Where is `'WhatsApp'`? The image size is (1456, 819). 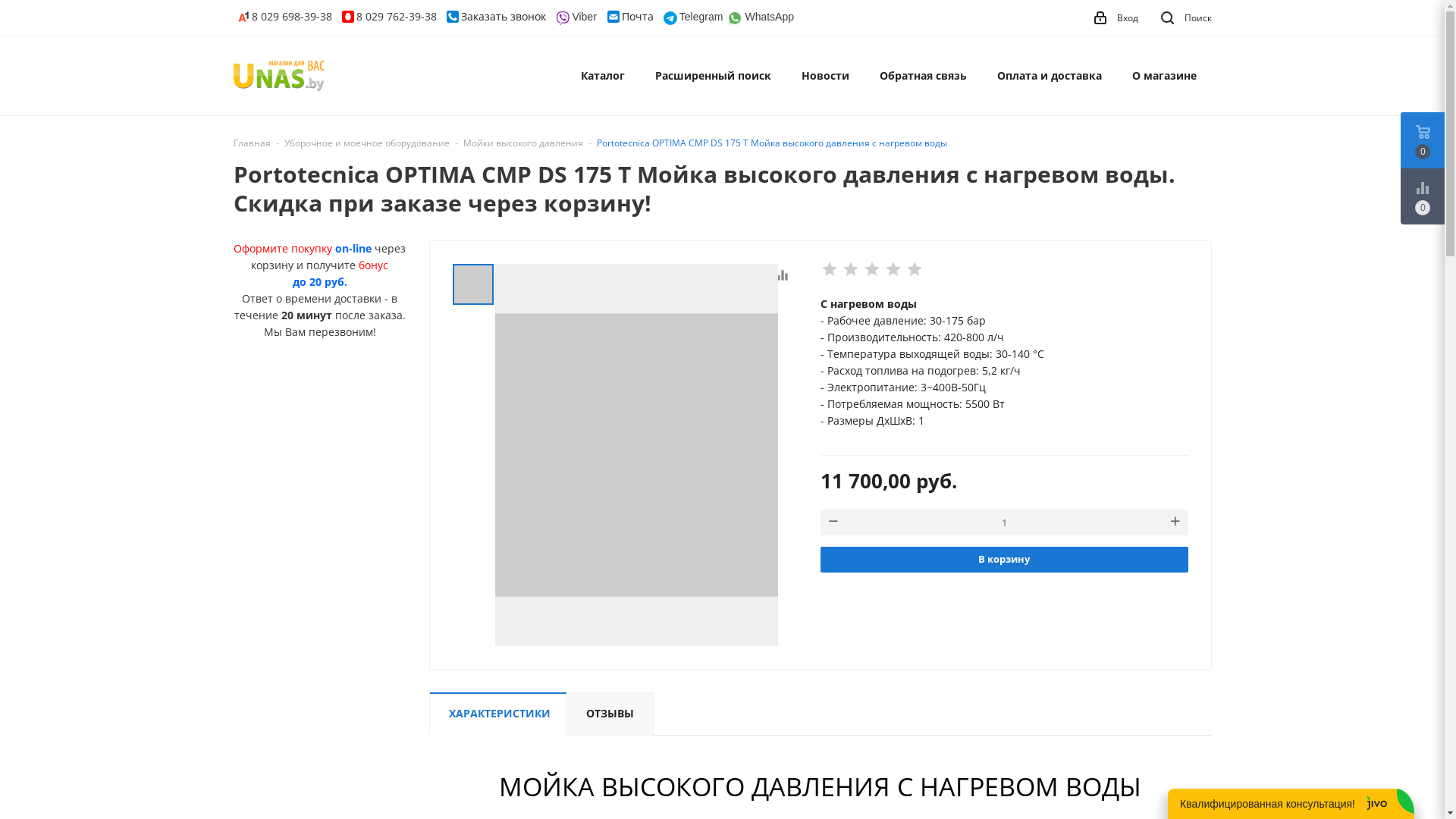
'WhatsApp' is located at coordinates (726, 17).